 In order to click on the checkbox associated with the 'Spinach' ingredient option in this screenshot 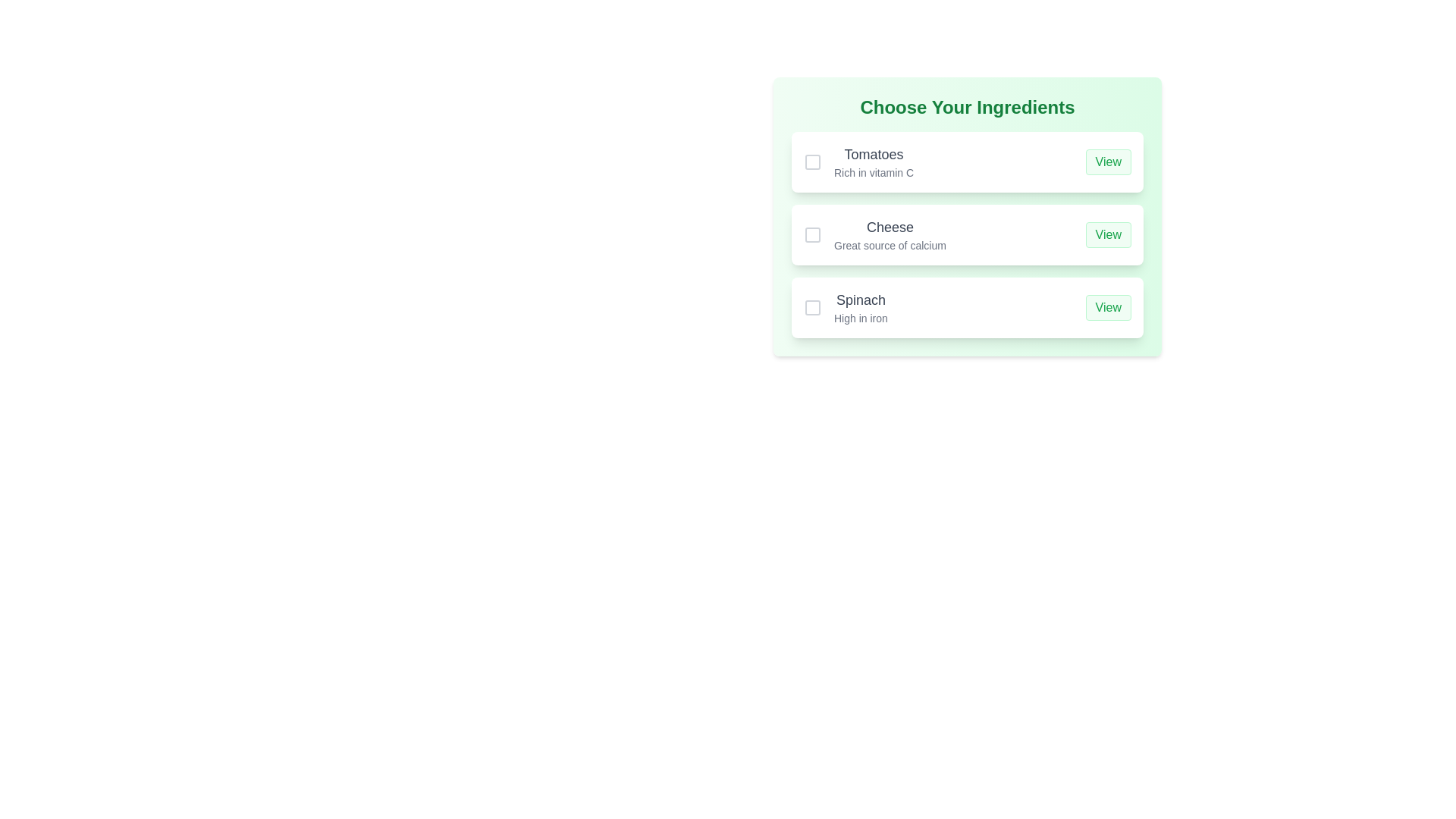, I will do `click(811, 307)`.